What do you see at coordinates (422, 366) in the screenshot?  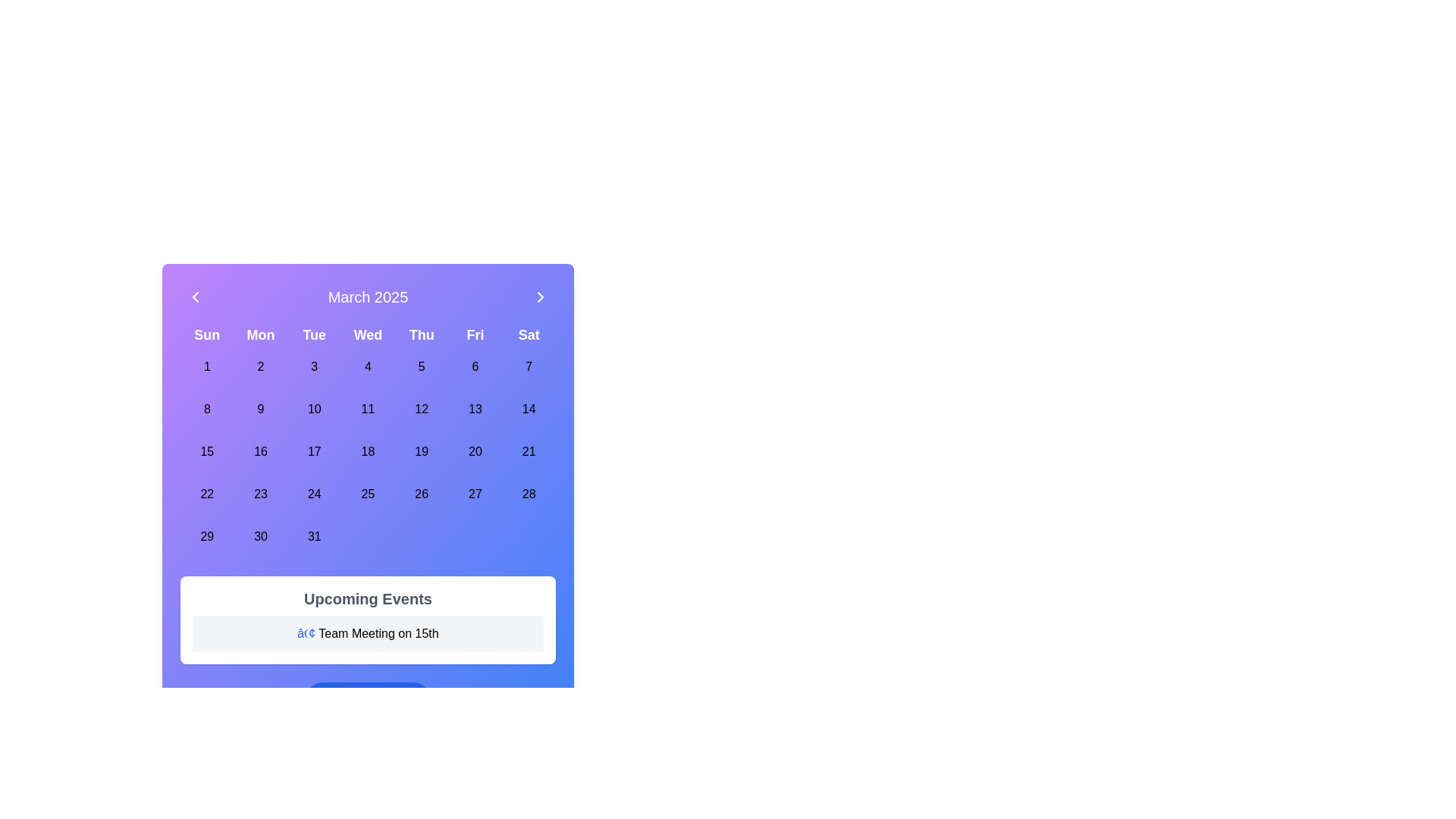 I see `the clickable day button representing the 5th of March 2025 in the calendar interface to visualize the hover effect` at bounding box center [422, 366].